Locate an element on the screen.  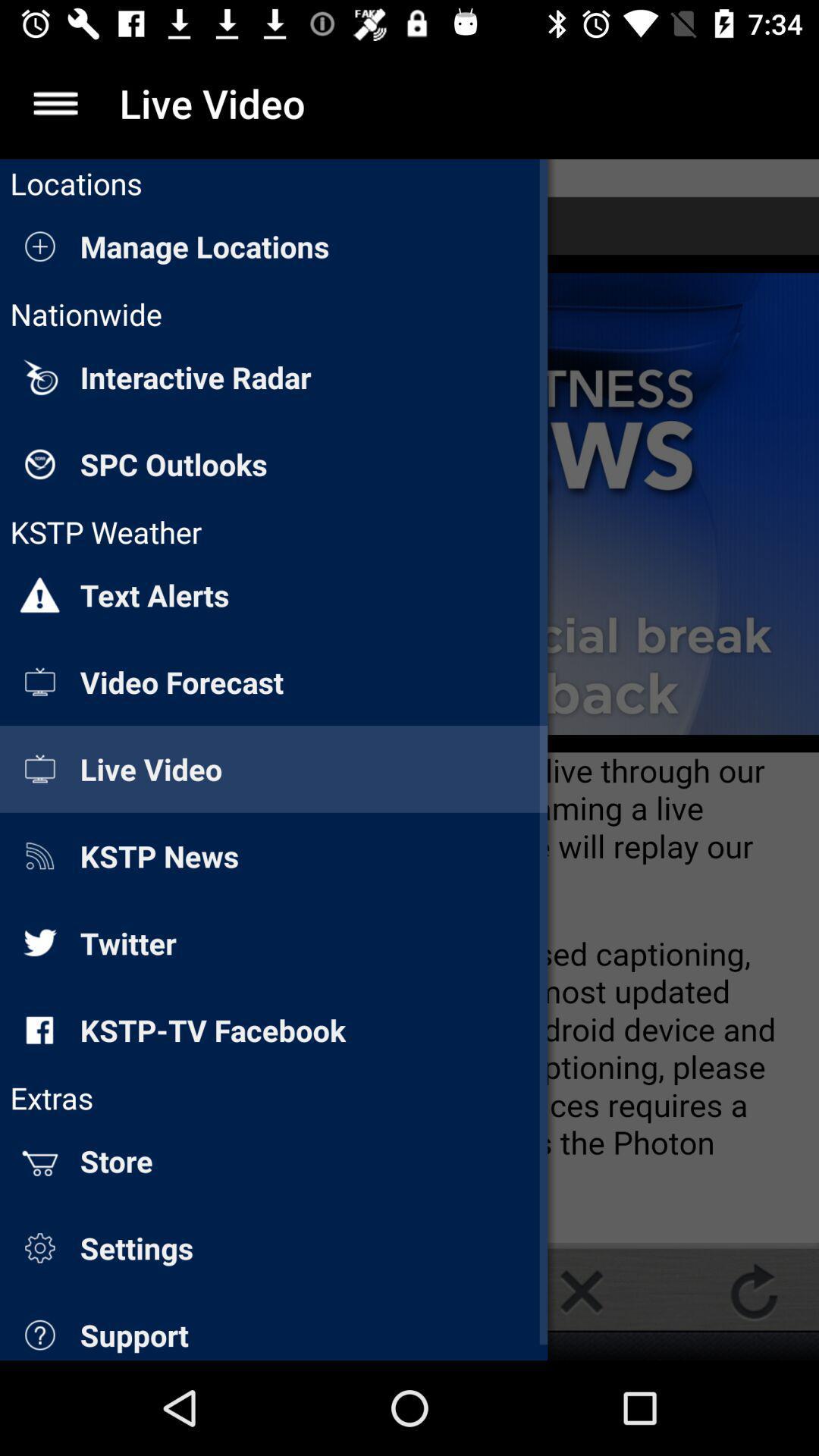
the menu icon is located at coordinates (55, 102).